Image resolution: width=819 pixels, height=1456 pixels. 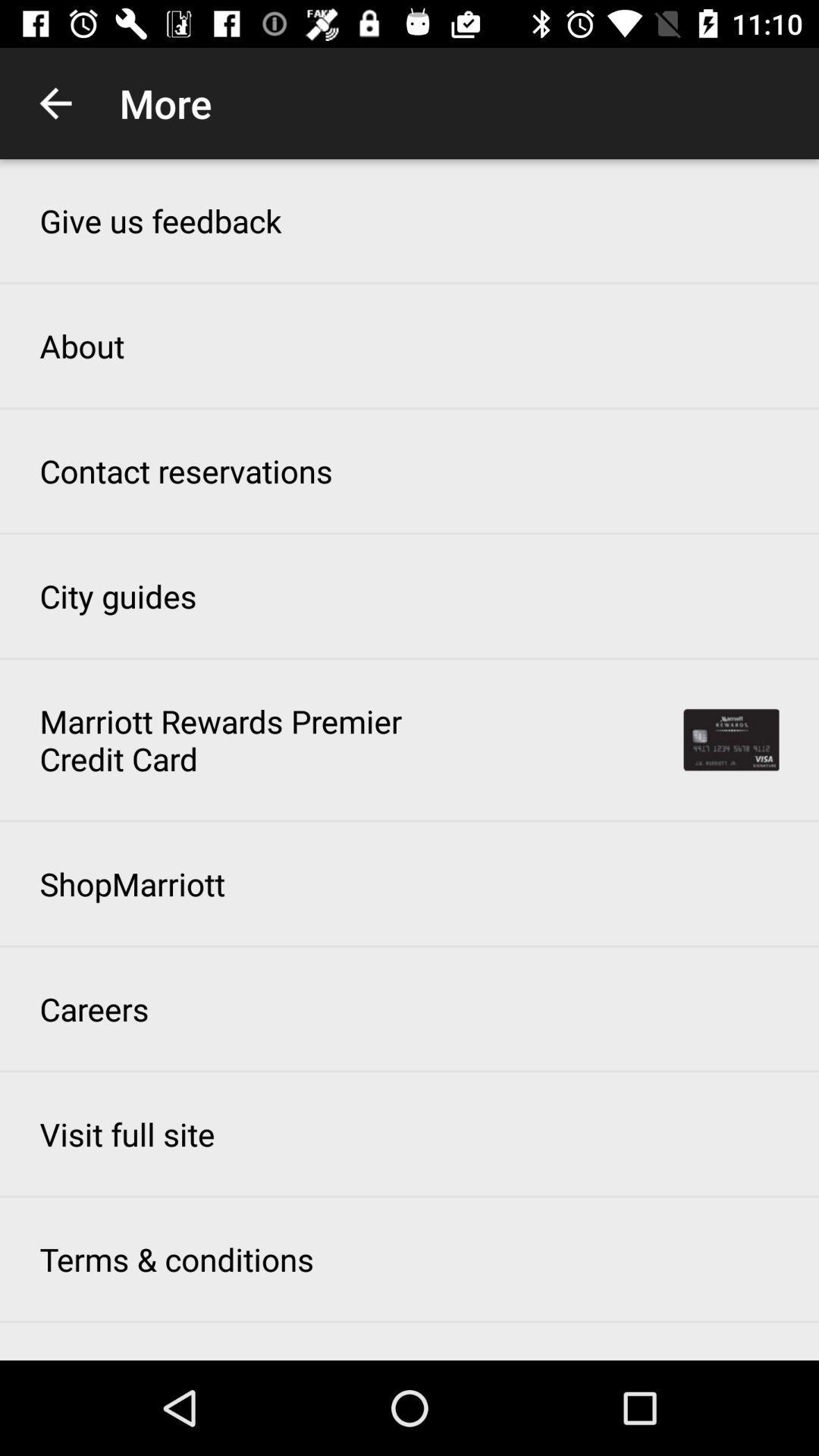 What do you see at coordinates (127, 1134) in the screenshot?
I see `the item below careers icon` at bounding box center [127, 1134].